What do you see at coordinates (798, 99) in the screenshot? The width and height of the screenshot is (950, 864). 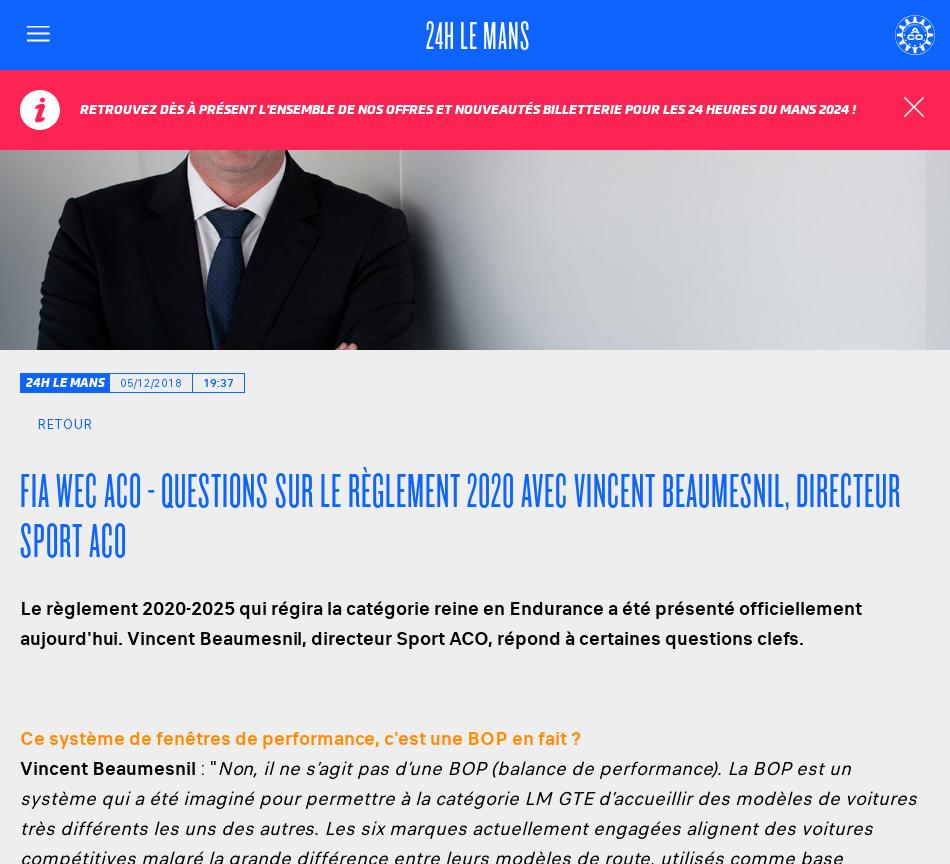 I see `'MON COMPTE ACO'` at bounding box center [798, 99].